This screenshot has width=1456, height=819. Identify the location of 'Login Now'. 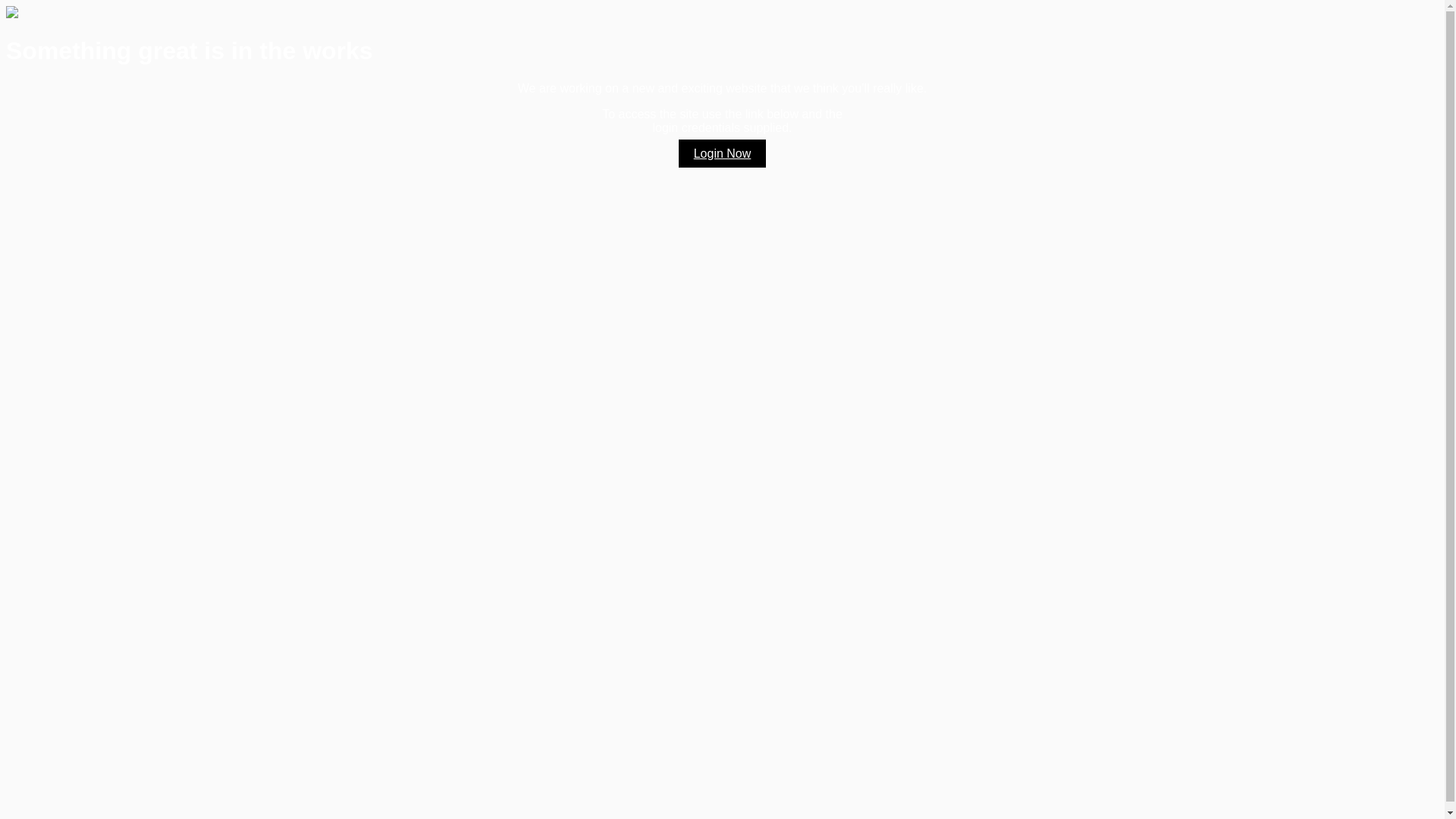
(722, 153).